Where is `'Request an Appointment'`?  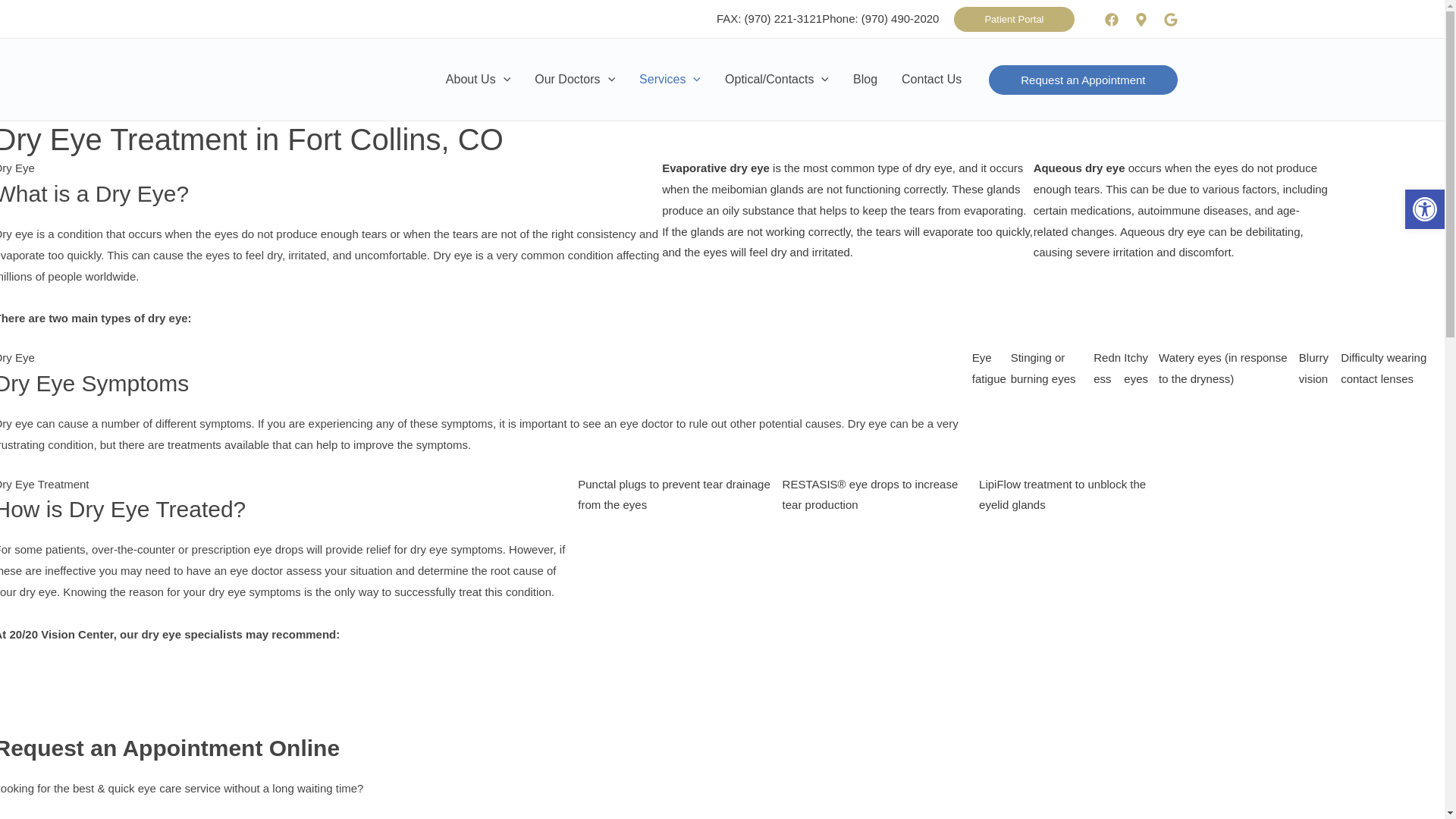 'Request an Appointment' is located at coordinates (1082, 80).